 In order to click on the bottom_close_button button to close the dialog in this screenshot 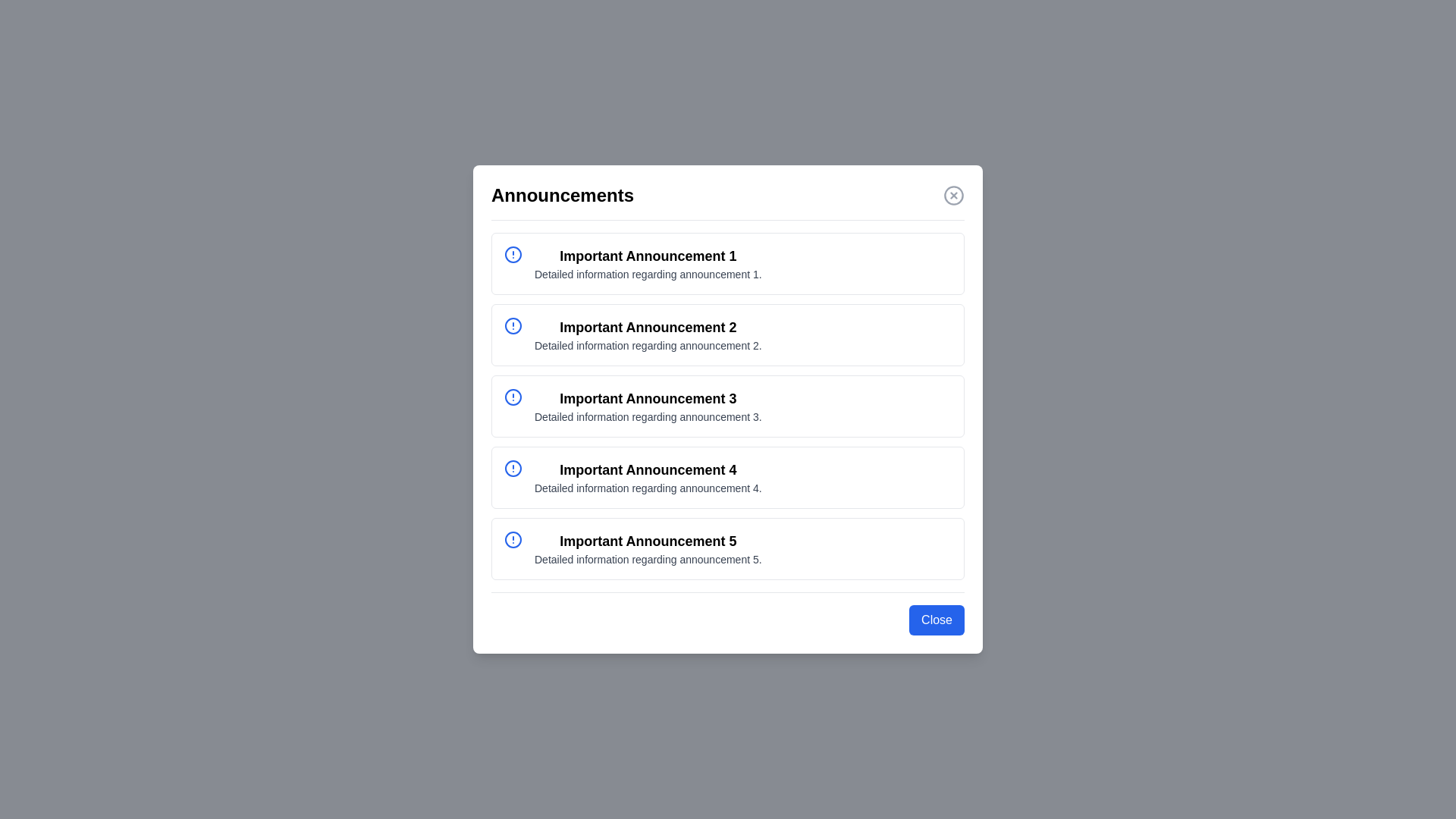, I will do `click(936, 620)`.